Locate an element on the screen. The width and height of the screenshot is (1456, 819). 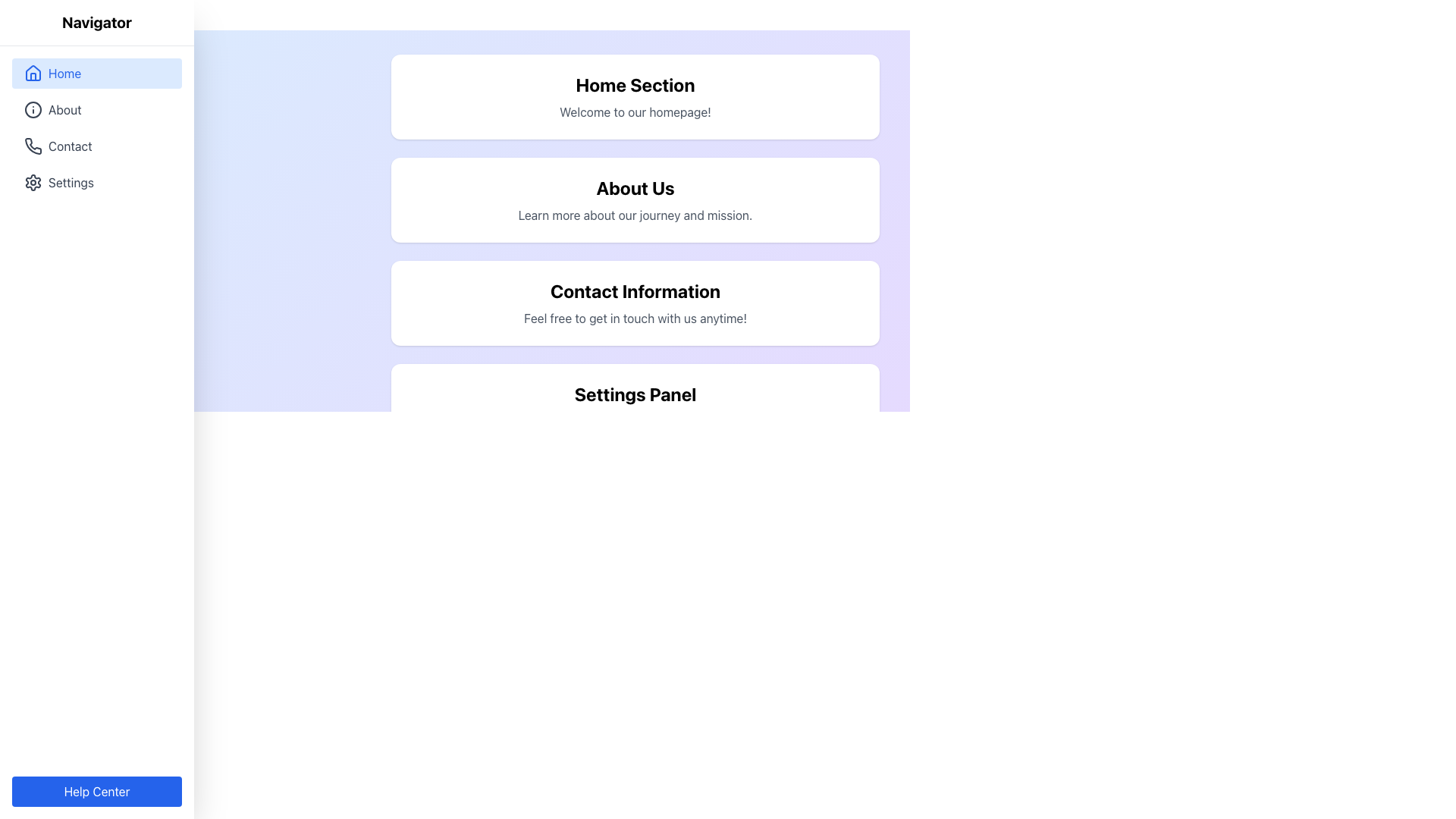
the SVG Circle element that represents the 'About' icon in the vertical navigation menu, located between the 'Home' and 'Contact' icons is located at coordinates (33, 109).